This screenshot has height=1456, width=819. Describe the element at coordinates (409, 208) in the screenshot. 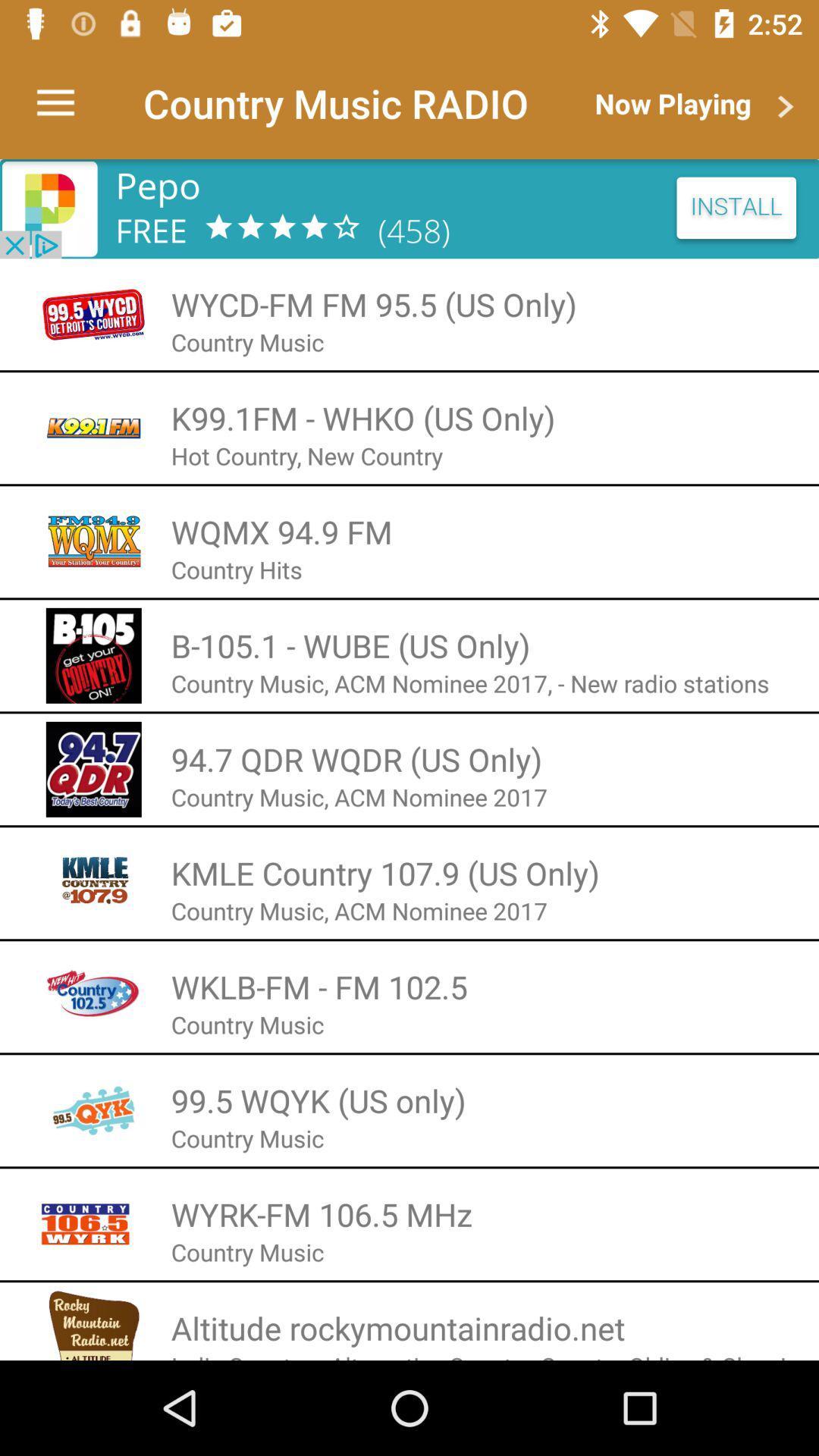

I see `install the station` at that location.